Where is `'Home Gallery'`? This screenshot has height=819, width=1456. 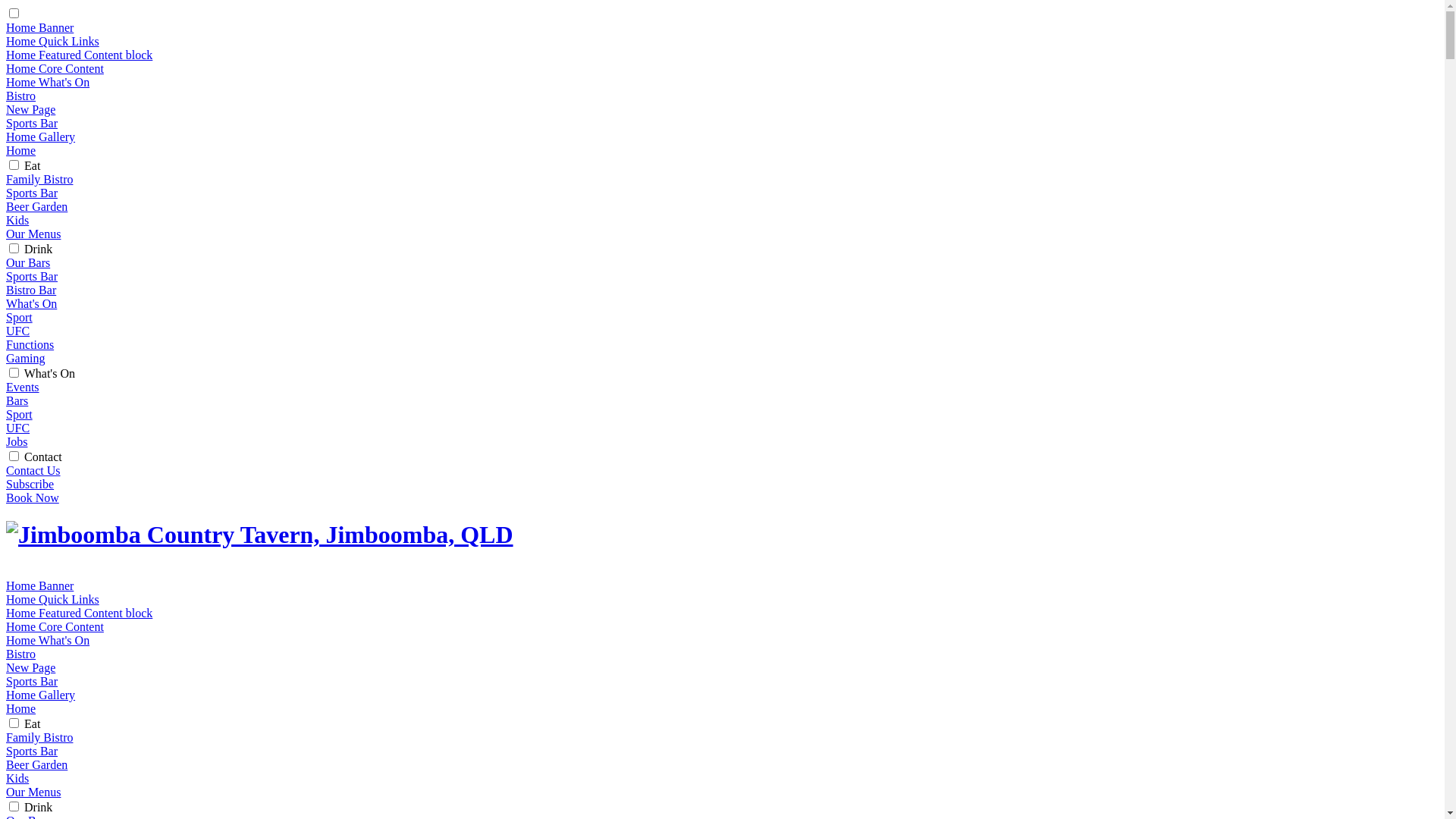 'Home Gallery' is located at coordinates (40, 136).